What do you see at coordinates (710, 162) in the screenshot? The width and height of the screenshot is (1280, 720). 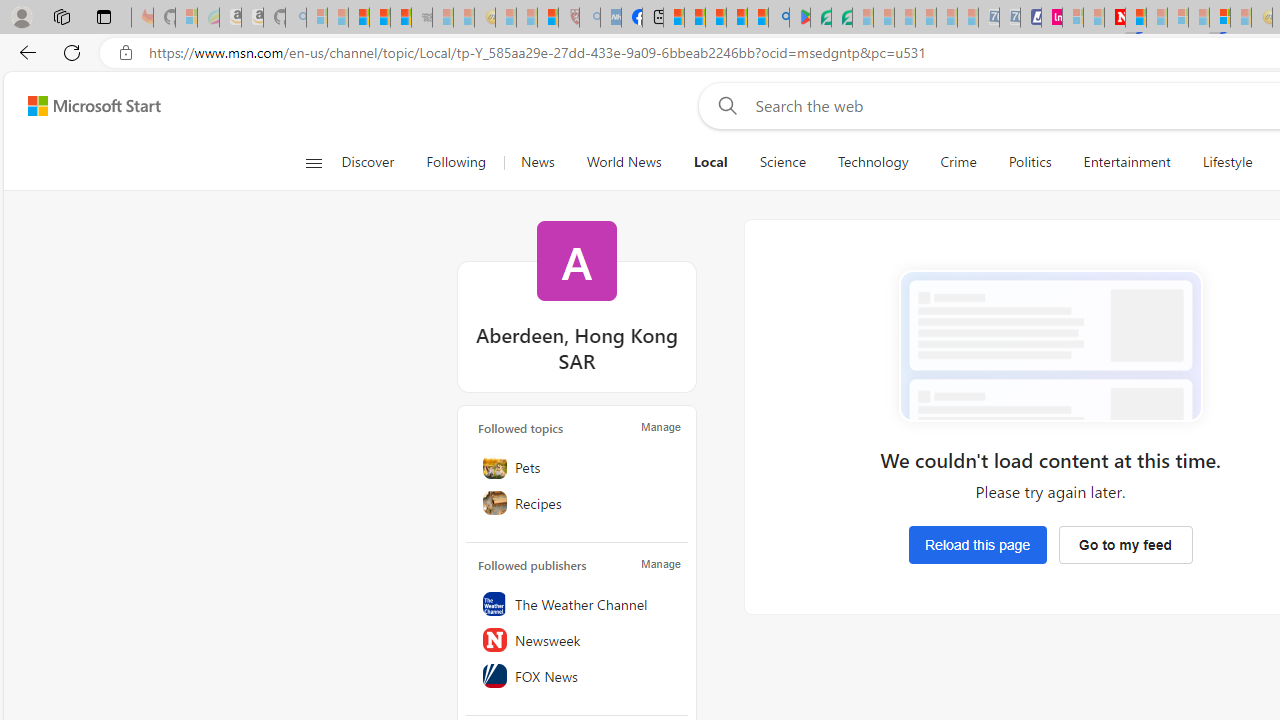 I see `'Local'` at bounding box center [710, 162].